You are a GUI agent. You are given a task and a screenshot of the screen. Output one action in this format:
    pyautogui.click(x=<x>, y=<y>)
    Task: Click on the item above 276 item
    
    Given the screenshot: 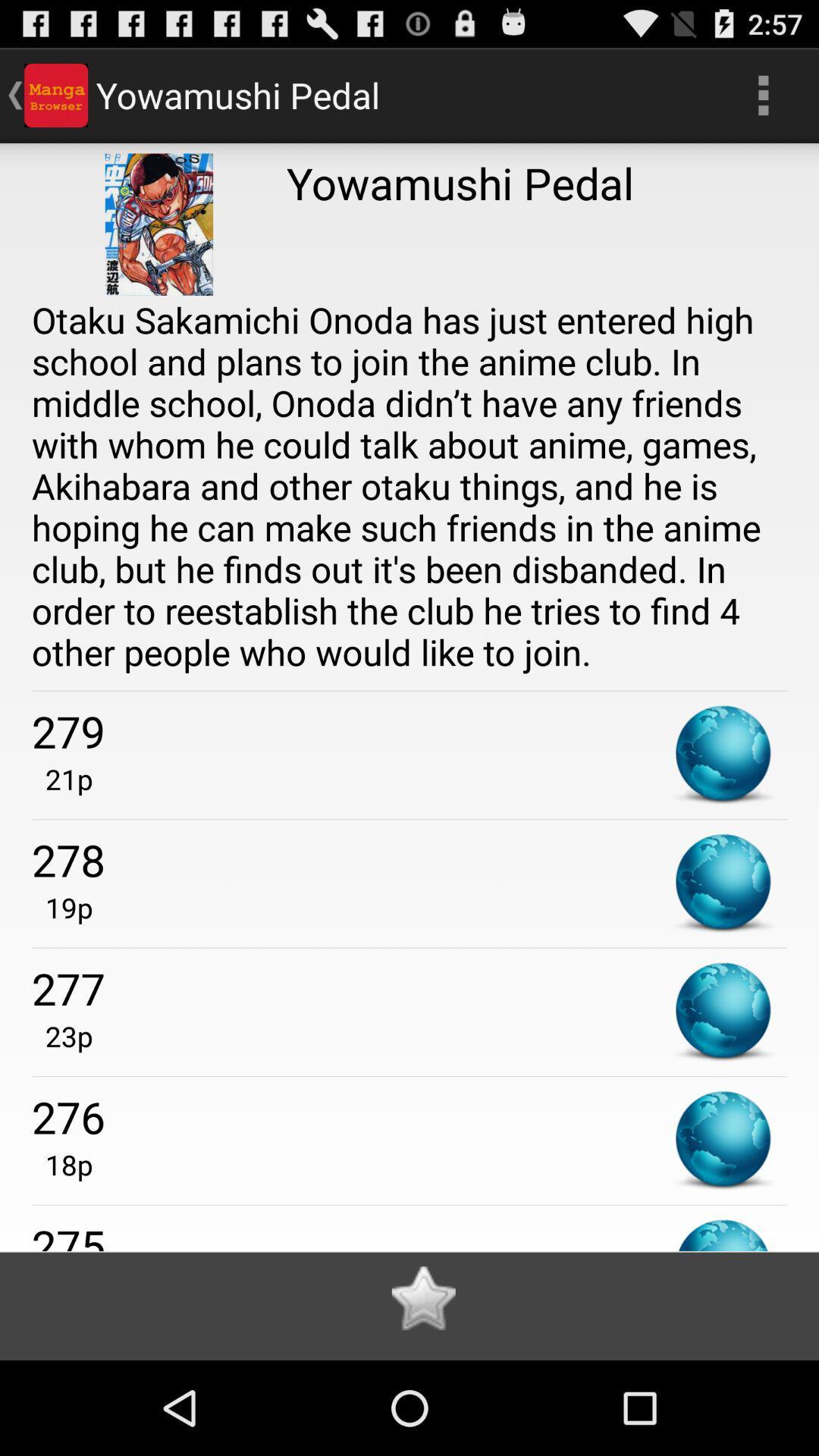 What is the action you would take?
    pyautogui.click(x=61, y=1035)
    